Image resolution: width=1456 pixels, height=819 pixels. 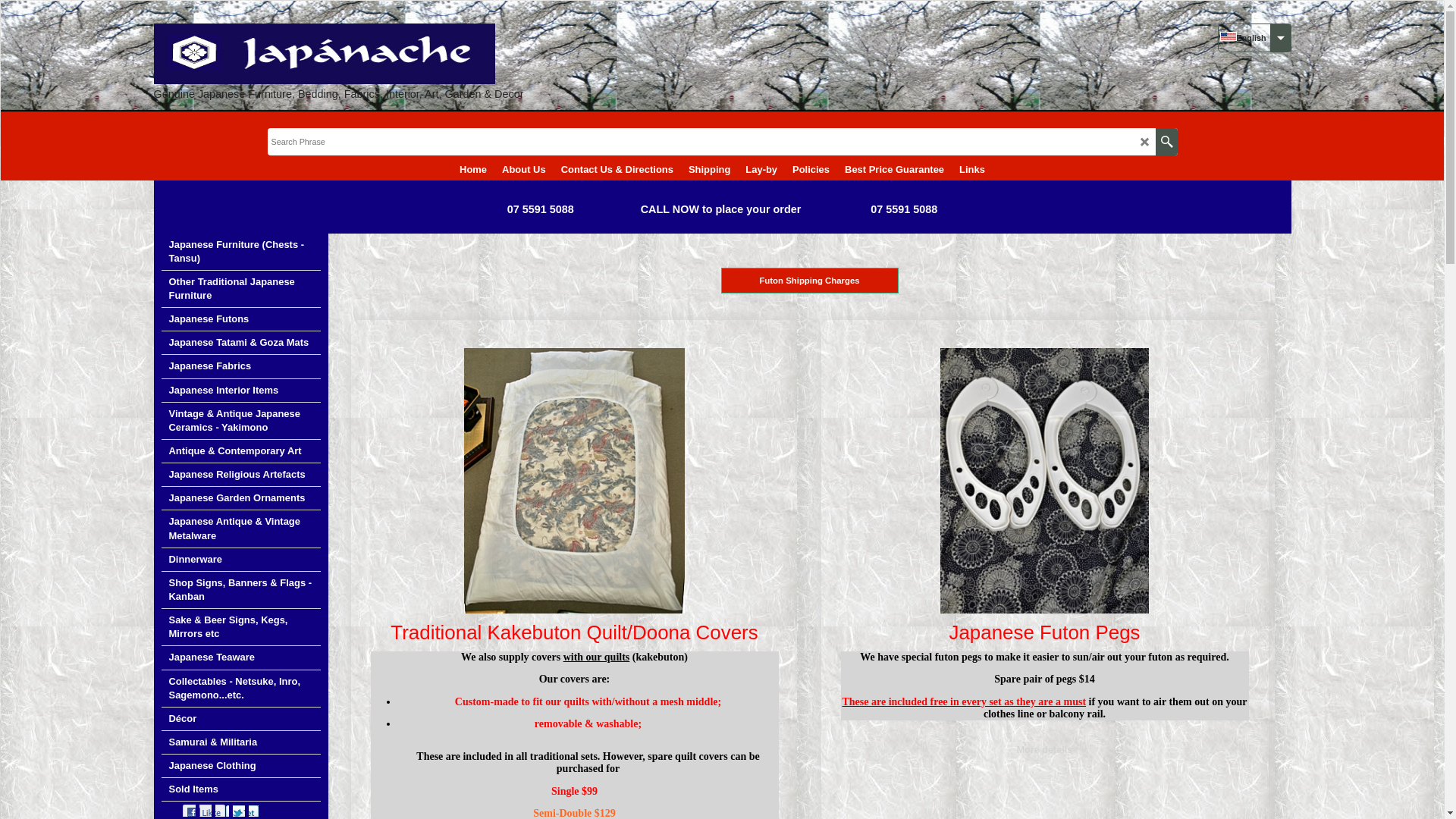 I want to click on 'Antique & Contemporary Art', so click(x=160, y=450).